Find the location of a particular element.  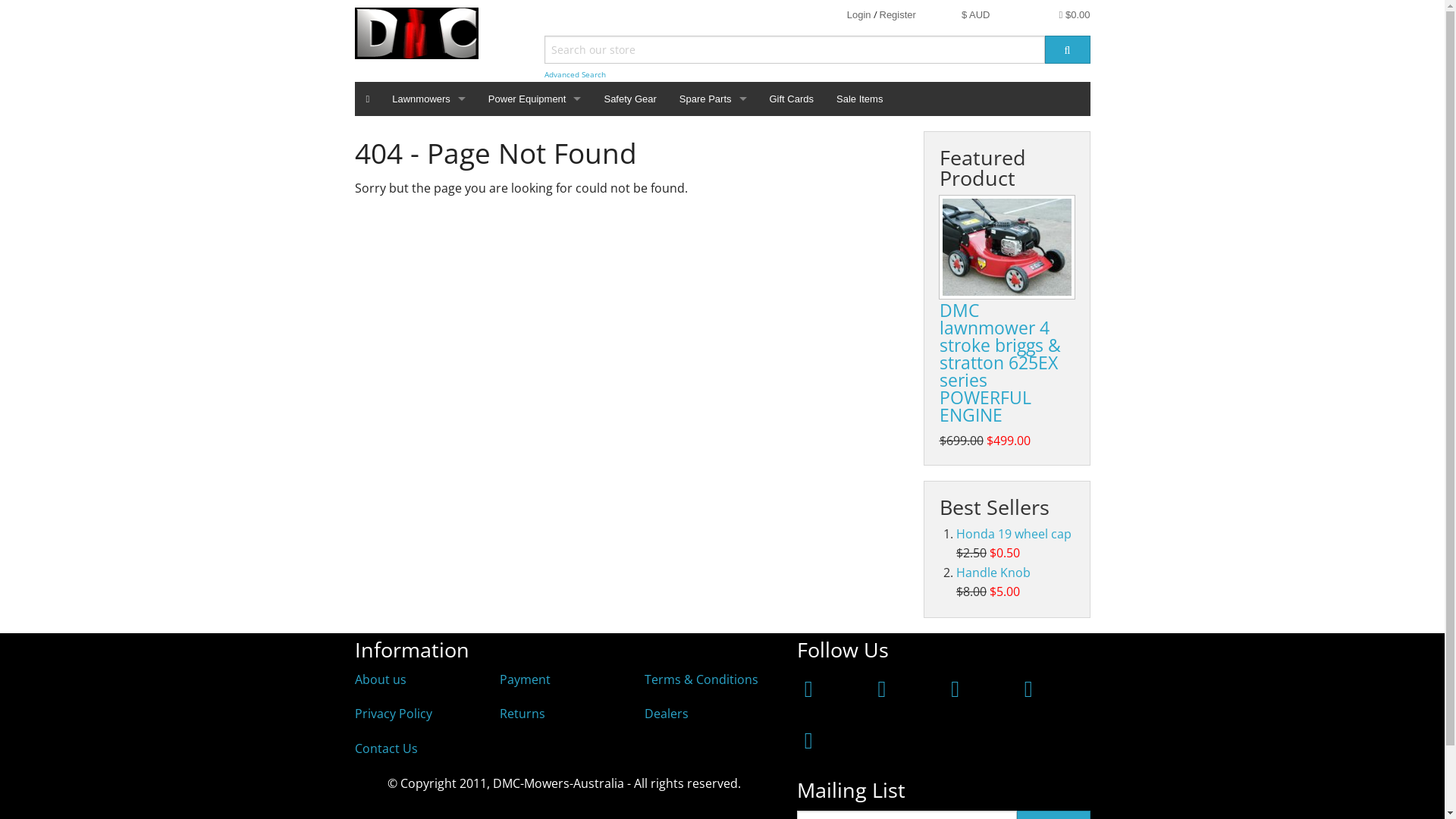

'Contact Us' is located at coordinates (386, 748).